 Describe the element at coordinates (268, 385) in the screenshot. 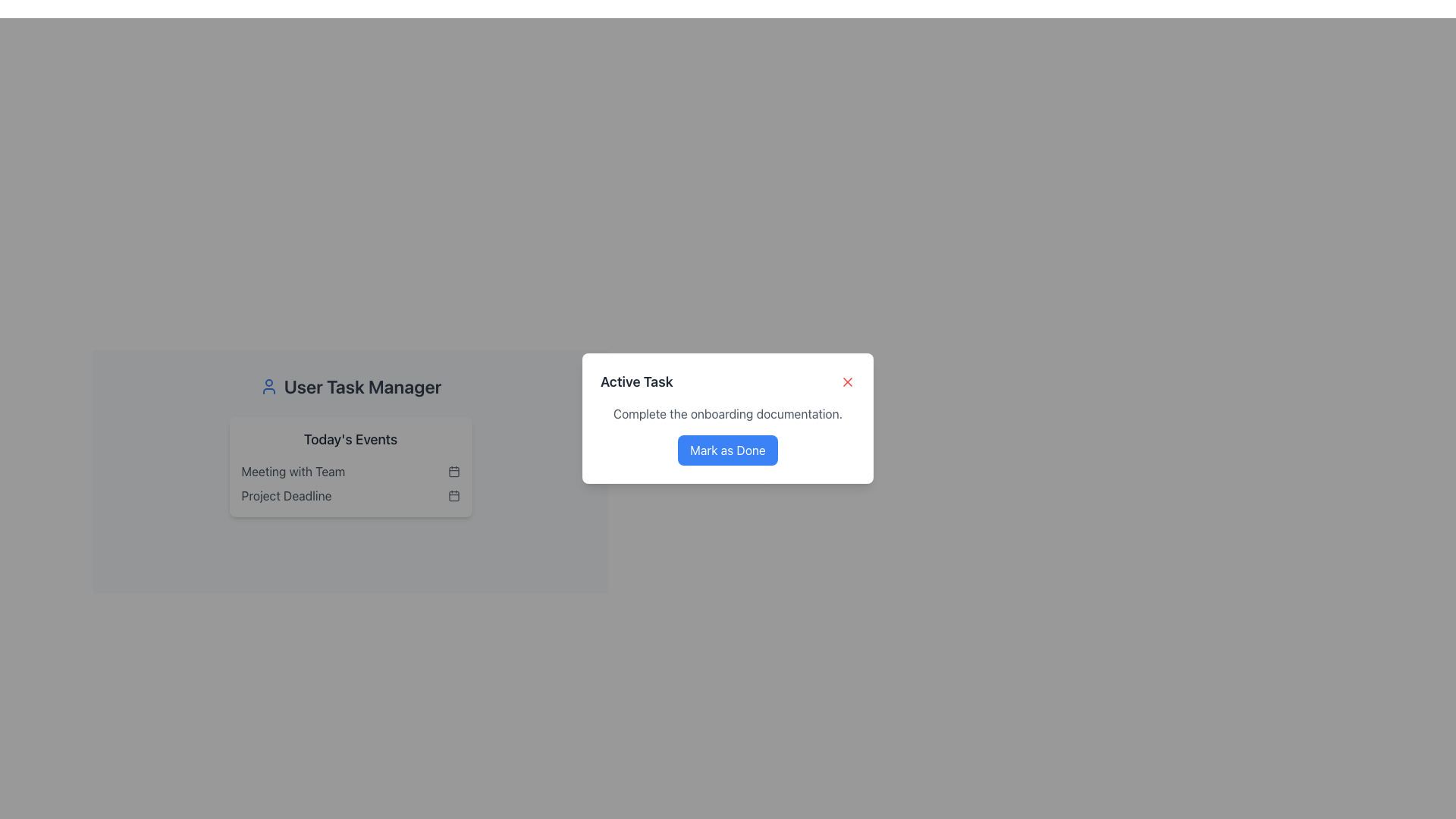

I see `the decorative icon located to the left of the 'User Task Manager' text in the 'User Task Manager' application area` at that location.